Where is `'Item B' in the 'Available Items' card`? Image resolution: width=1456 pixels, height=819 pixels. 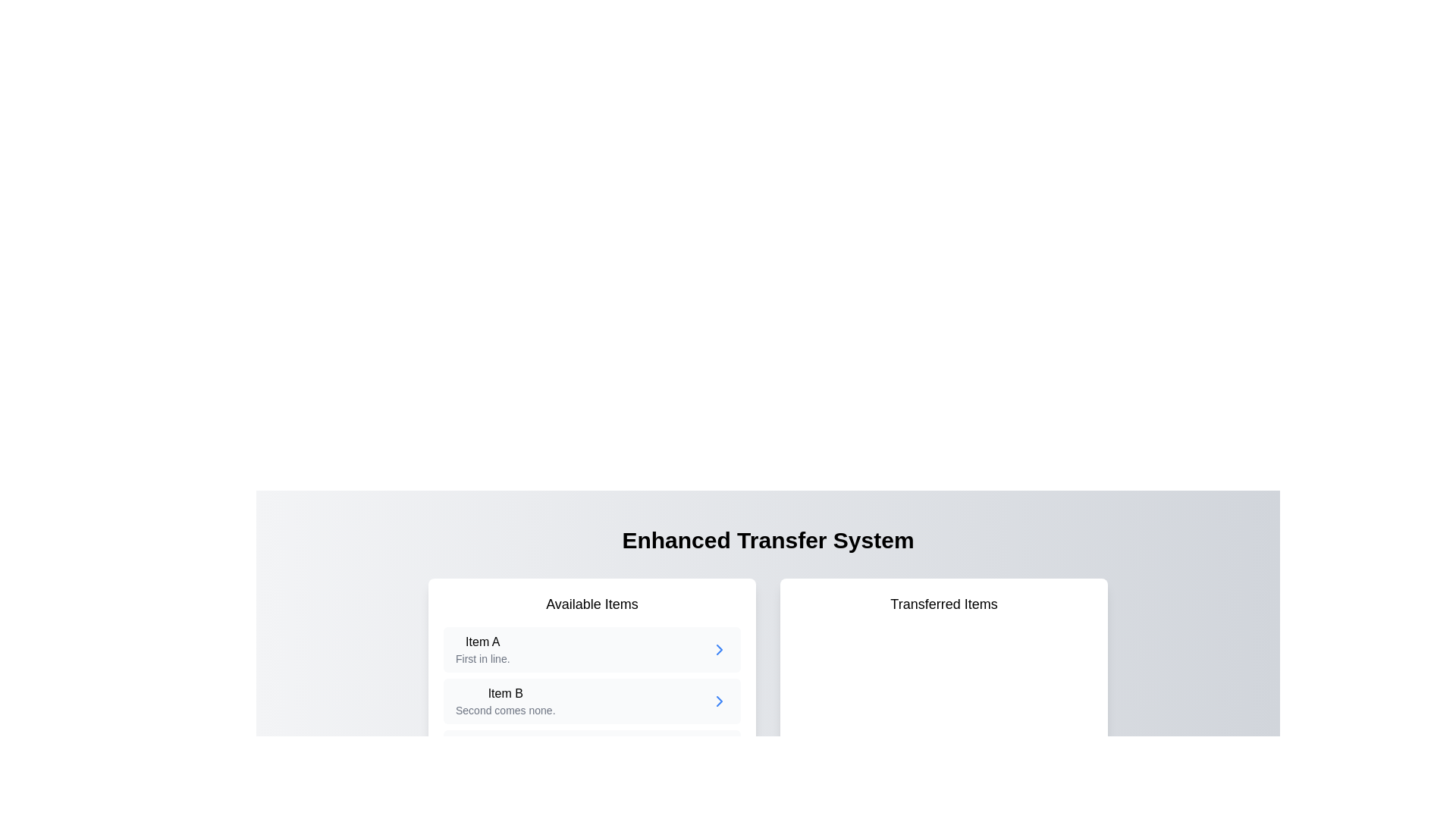 'Item B' in the 'Available Items' card is located at coordinates (591, 684).